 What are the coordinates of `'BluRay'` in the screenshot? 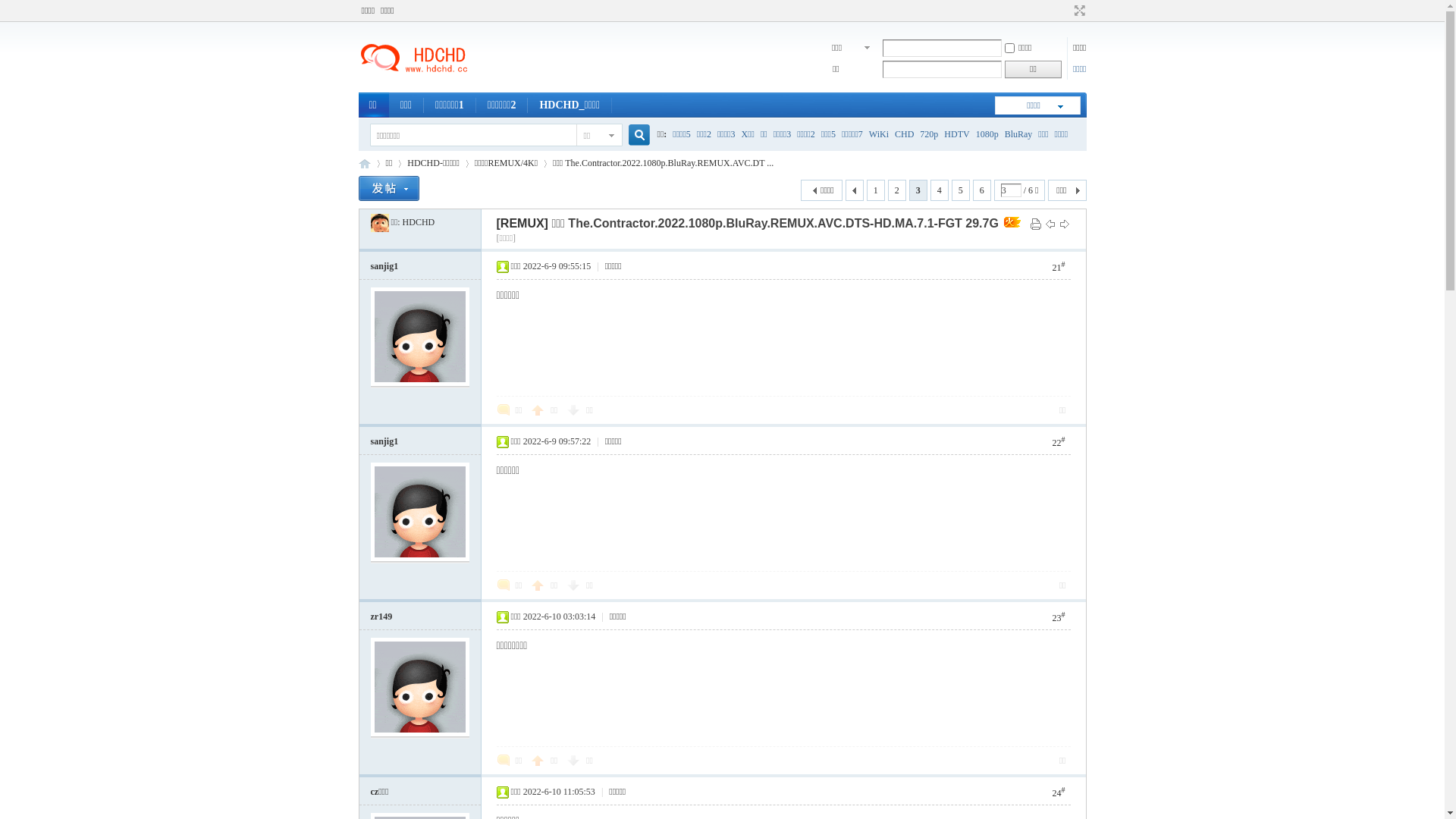 It's located at (1018, 133).